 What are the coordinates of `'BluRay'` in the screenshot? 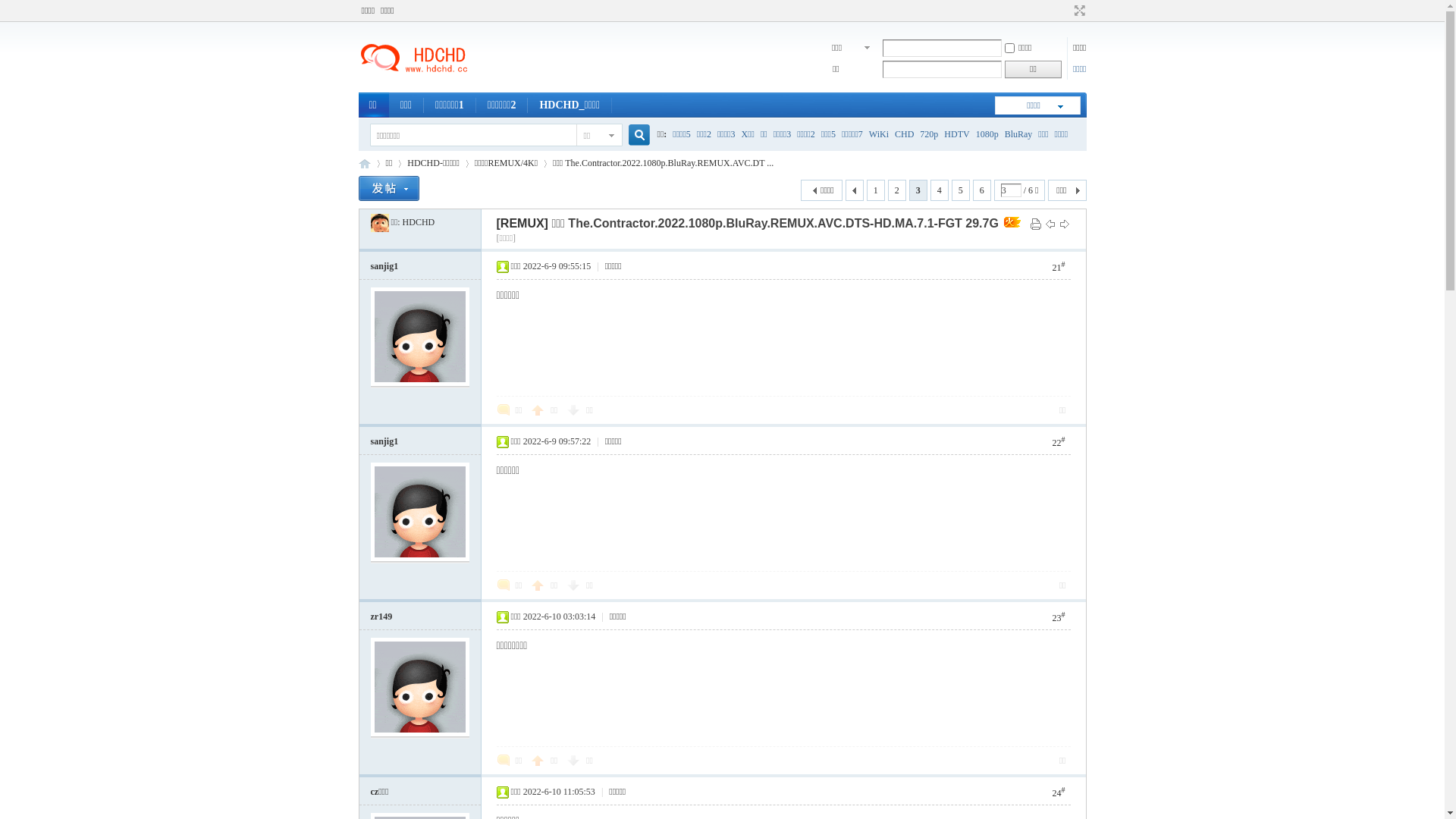 It's located at (1018, 133).